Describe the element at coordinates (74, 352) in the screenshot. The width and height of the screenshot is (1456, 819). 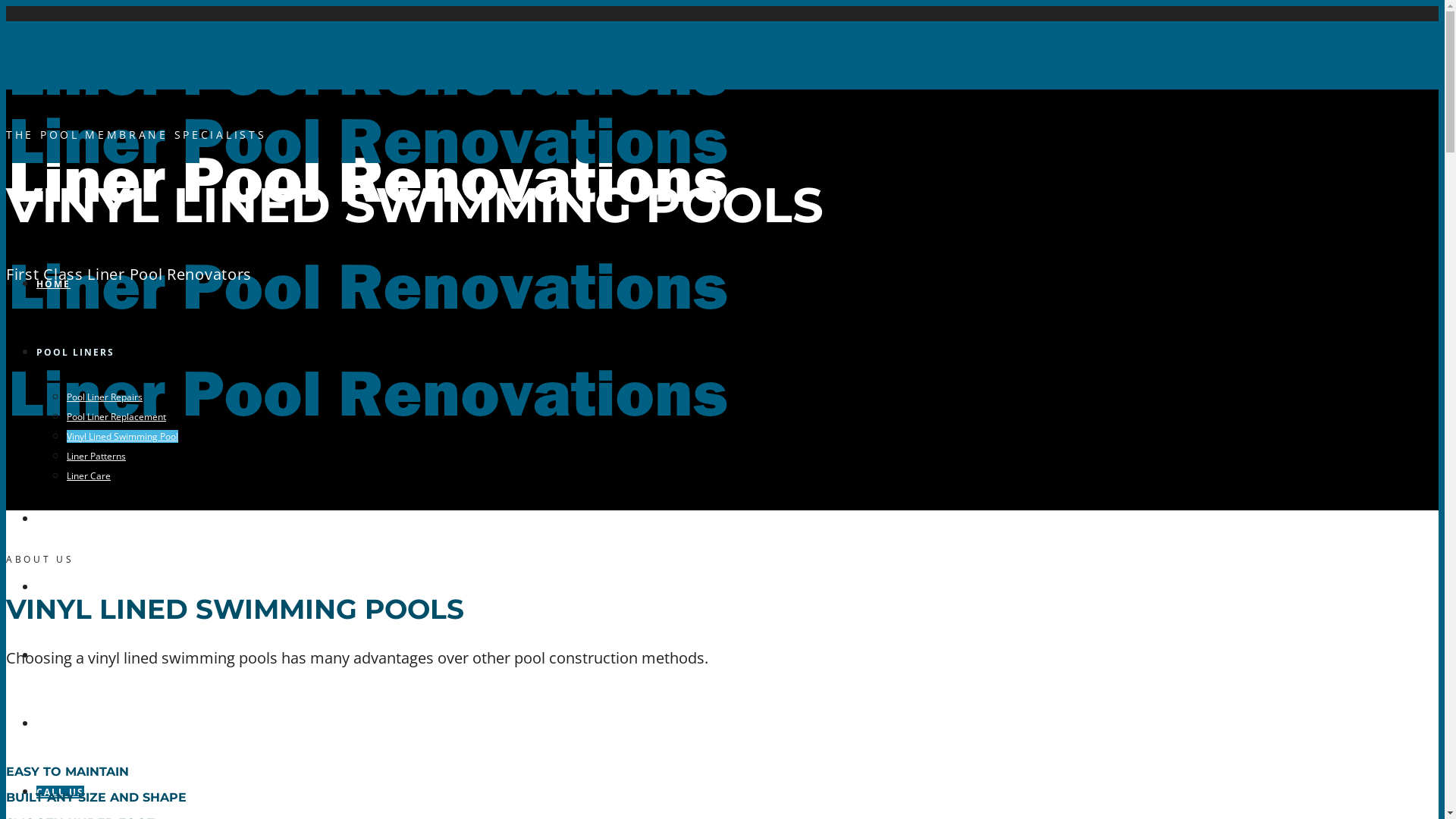
I see `'POOL LINERS'` at that location.